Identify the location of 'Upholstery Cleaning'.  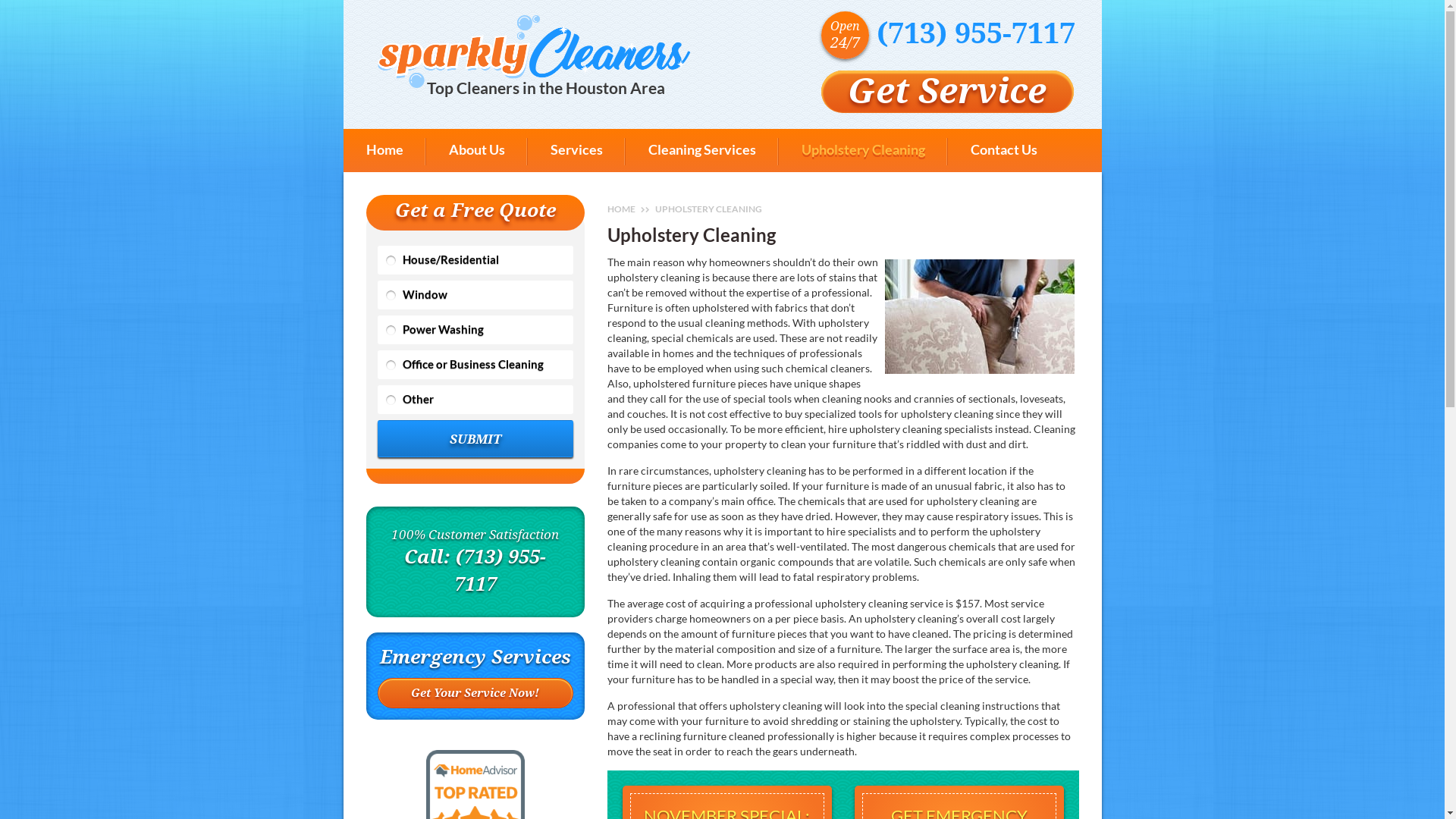
(778, 149).